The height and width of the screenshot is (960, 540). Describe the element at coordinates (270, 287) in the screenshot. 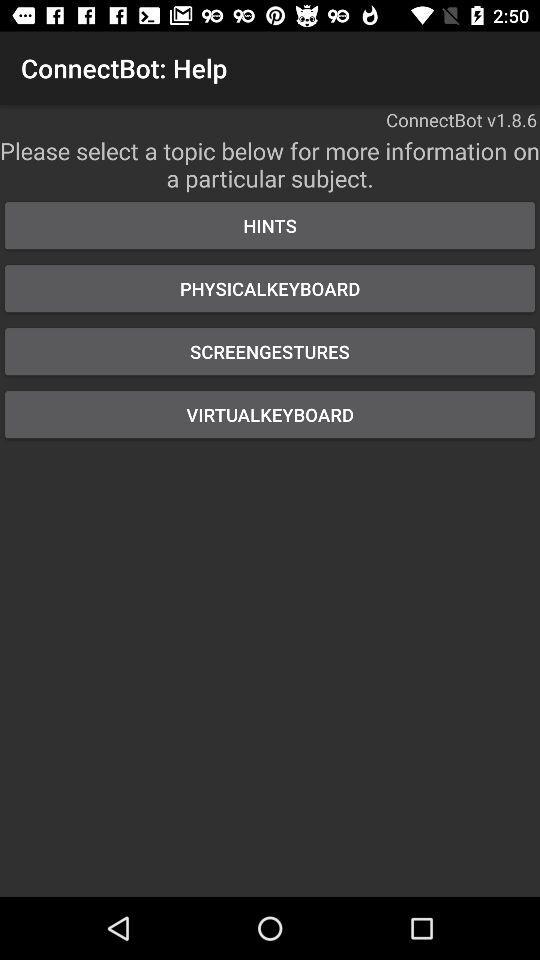

I see `the icon above screengestures` at that location.